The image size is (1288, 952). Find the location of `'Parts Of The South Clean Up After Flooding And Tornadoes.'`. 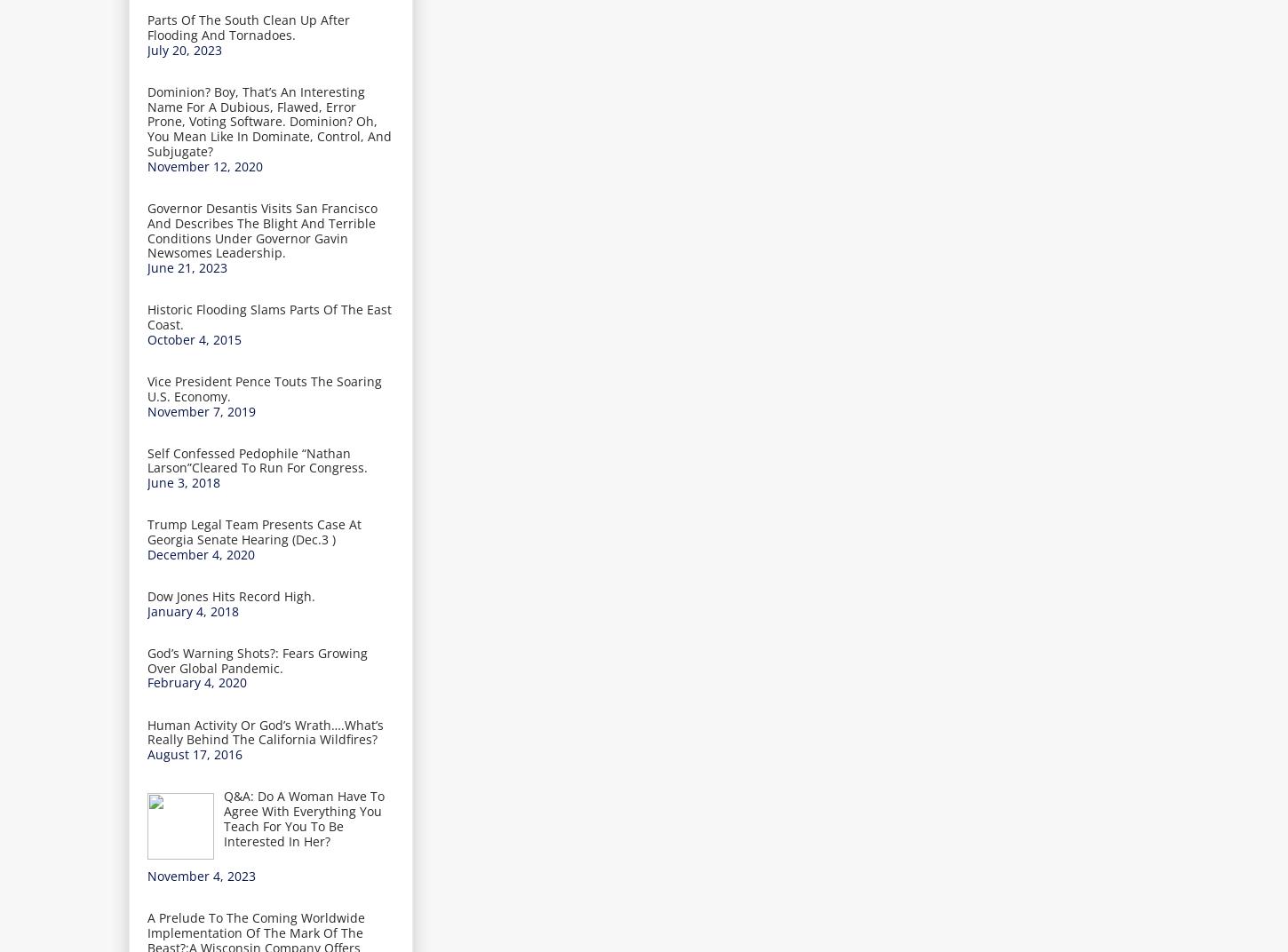

'Parts Of The South Clean Up After Flooding And Tornadoes.' is located at coordinates (248, 26).